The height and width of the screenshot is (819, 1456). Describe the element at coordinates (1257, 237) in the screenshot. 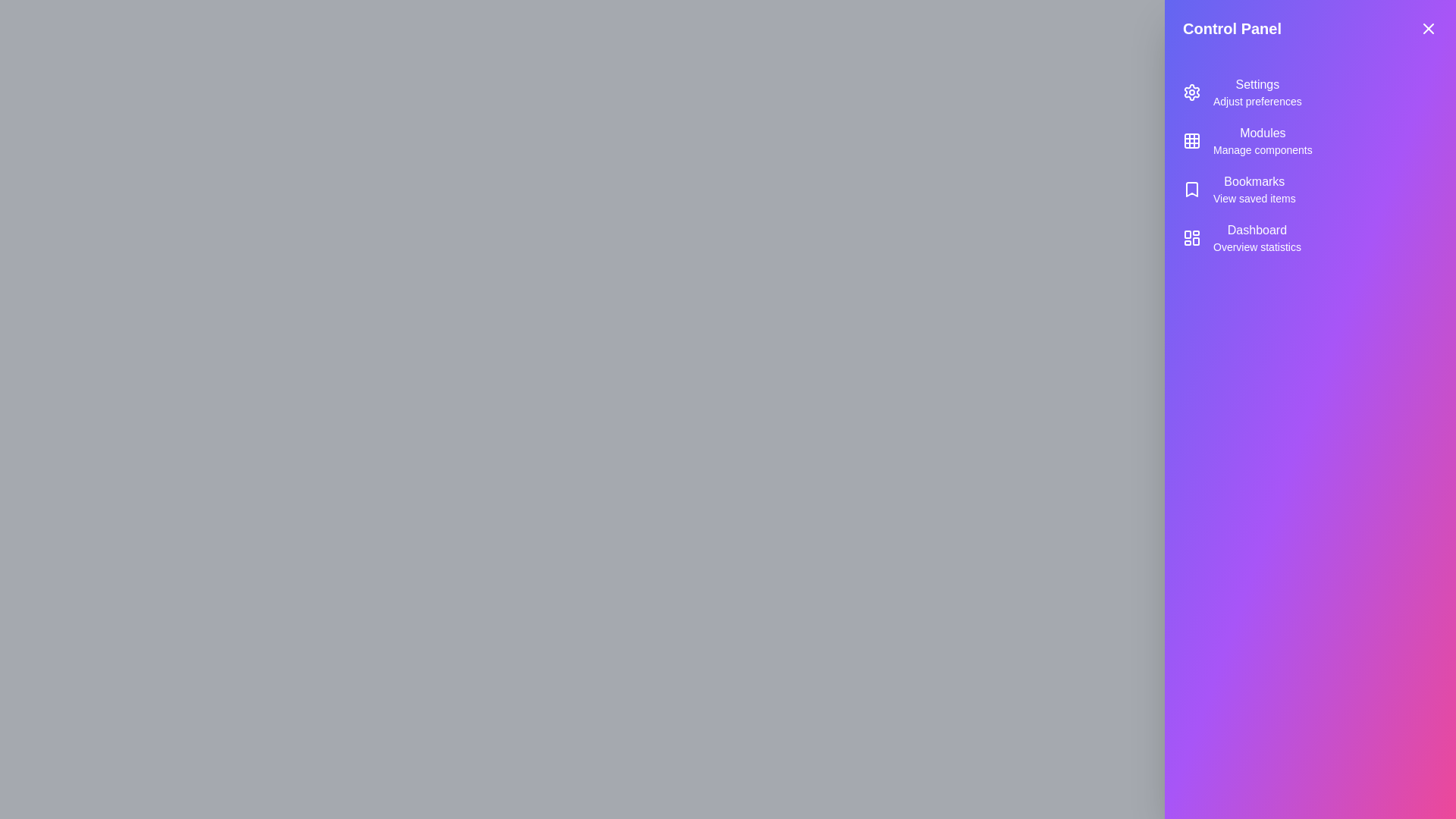

I see `the Text Element in the sidebar menu located under the 'Bookmarks' menu item` at that location.